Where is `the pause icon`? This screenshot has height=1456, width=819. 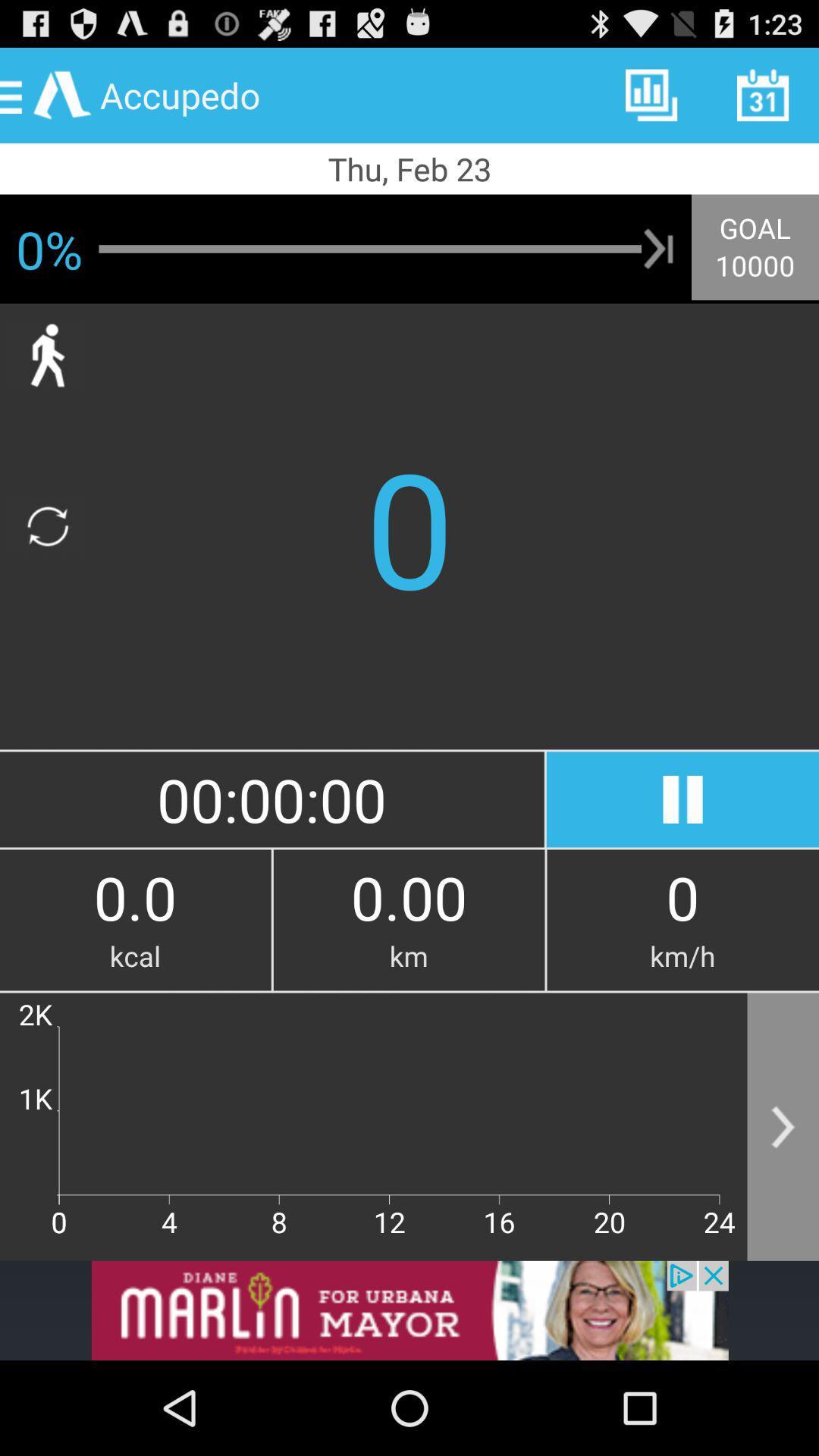 the pause icon is located at coordinates (682, 855).